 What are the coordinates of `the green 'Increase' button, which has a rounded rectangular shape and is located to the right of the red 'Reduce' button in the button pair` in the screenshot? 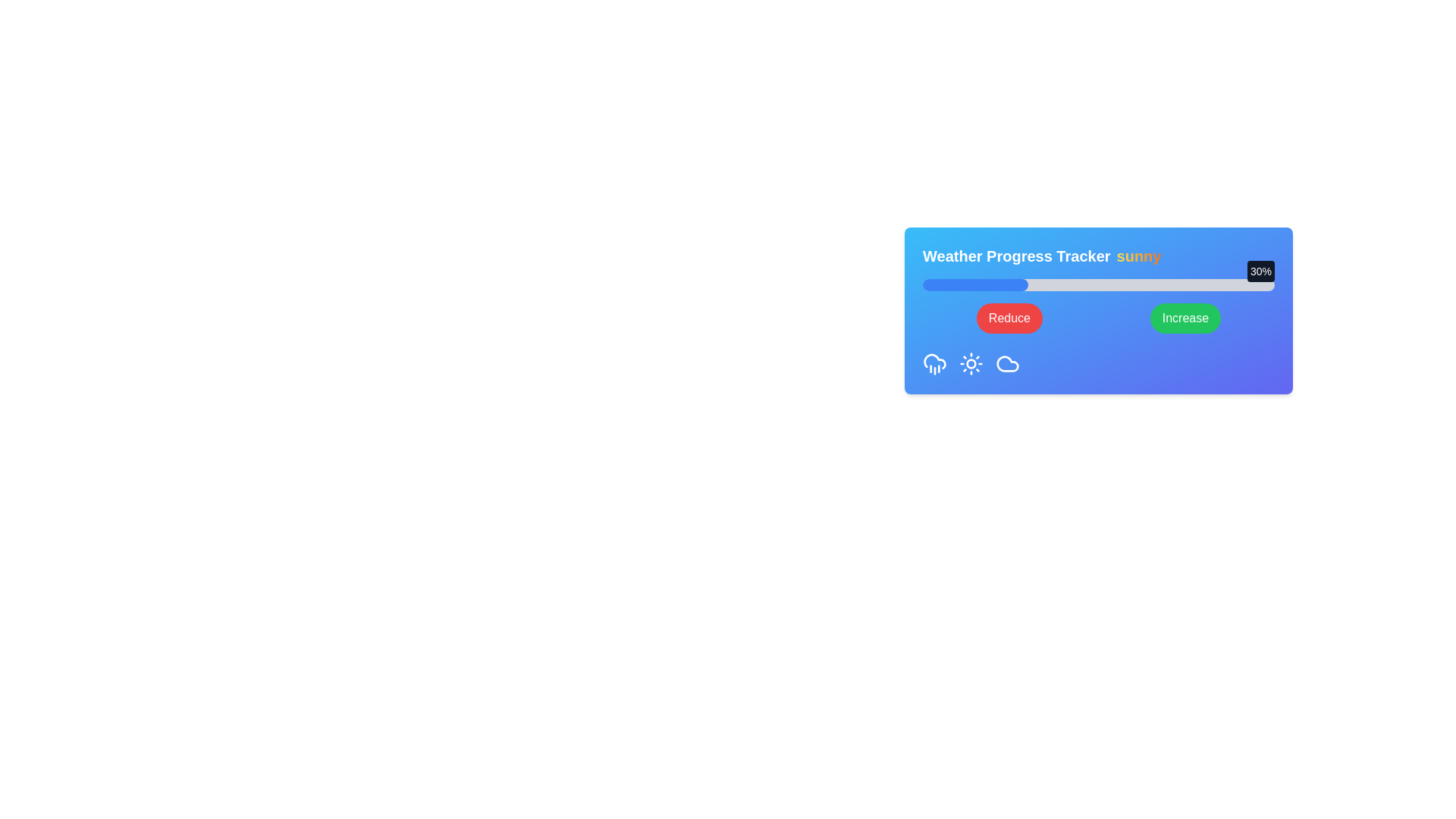 It's located at (1185, 318).